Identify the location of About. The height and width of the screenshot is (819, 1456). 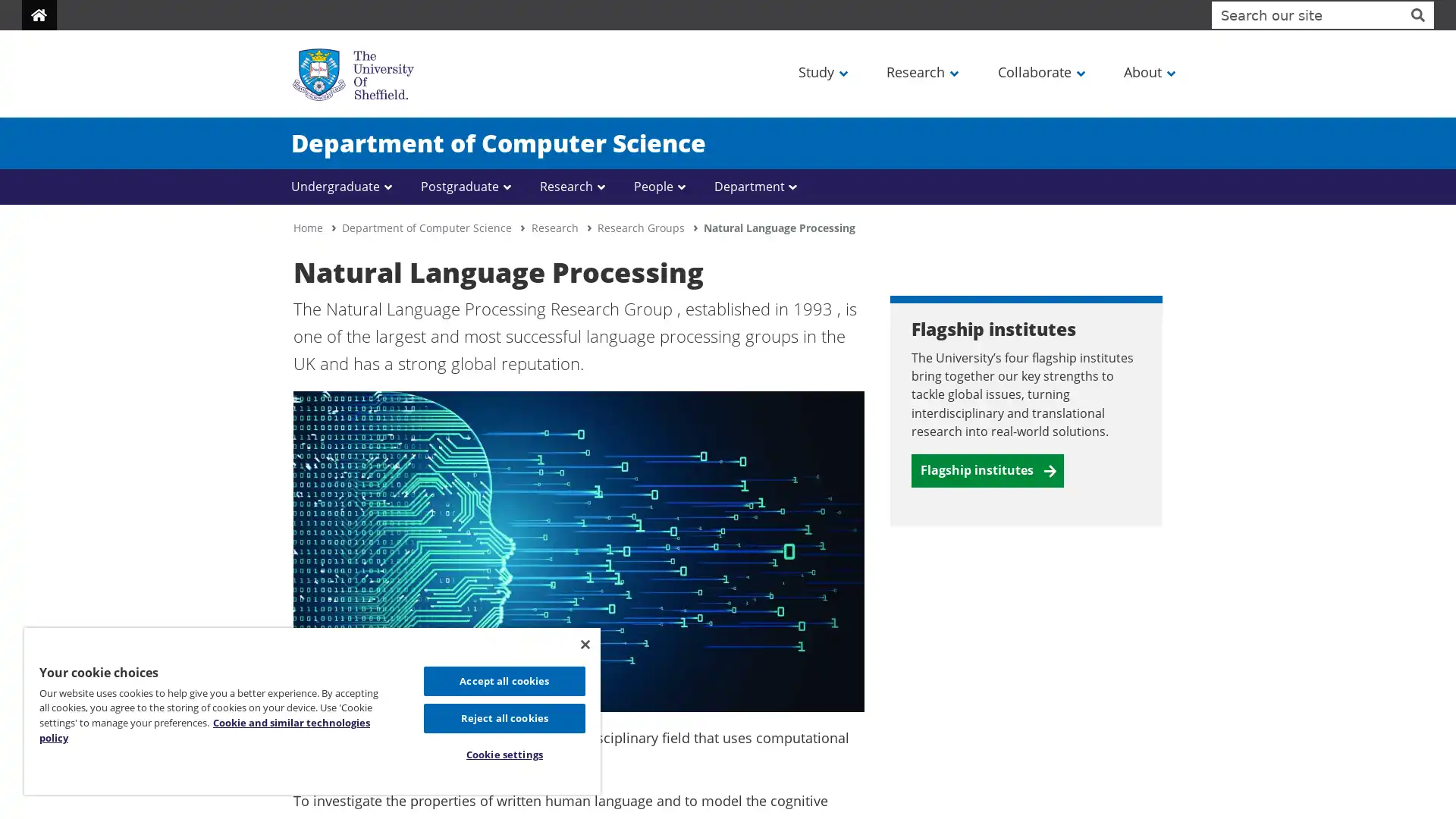
(1147, 71).